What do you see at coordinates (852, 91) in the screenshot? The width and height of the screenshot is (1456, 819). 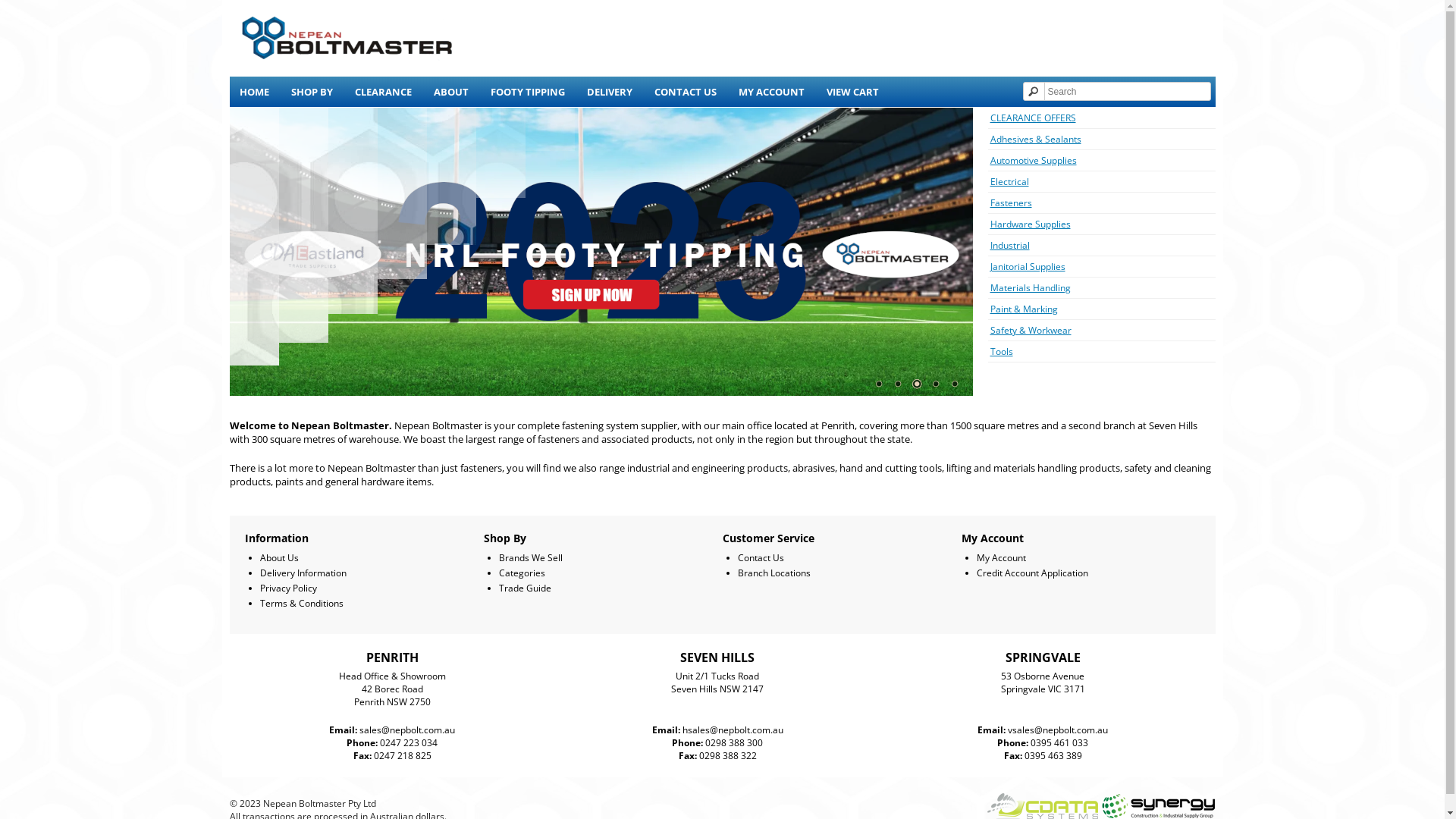 I see `'VIEW CART'` at bounding box center [852, 91].